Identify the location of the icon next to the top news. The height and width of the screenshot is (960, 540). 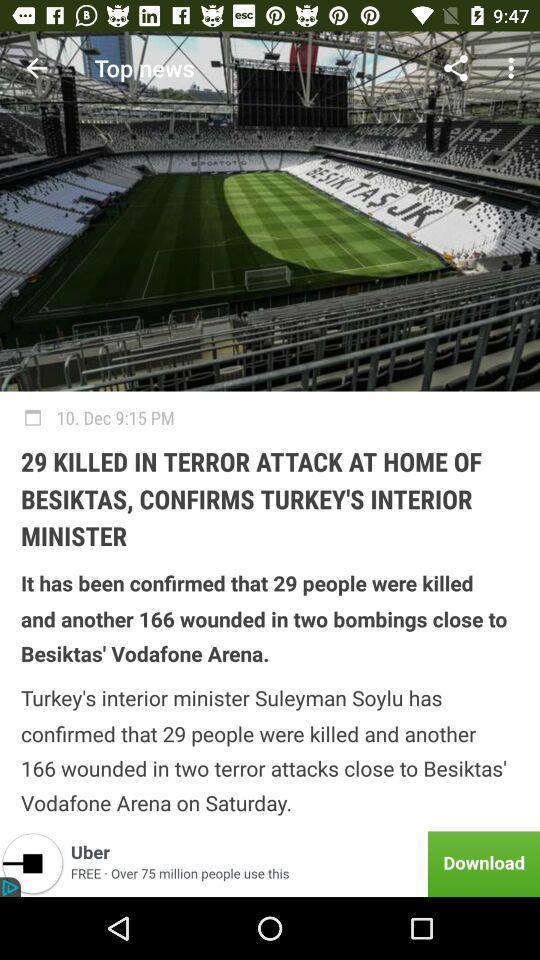
(455, 68).